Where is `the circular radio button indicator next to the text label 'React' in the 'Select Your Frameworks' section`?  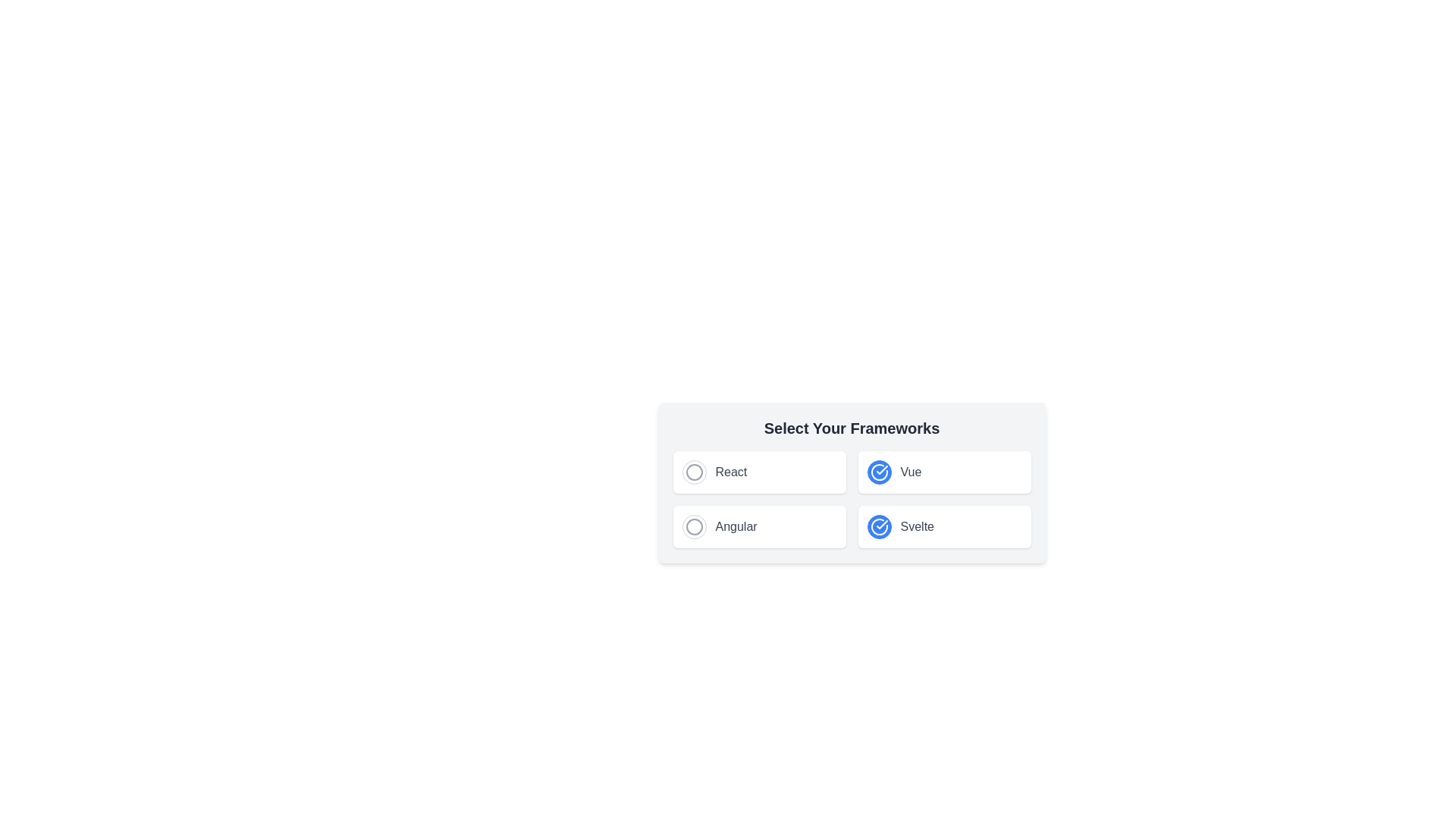
the circular radio button indicator next to the text label 'React' in the 'Select Your Frameworks' section is located at coordinates (693, 472).